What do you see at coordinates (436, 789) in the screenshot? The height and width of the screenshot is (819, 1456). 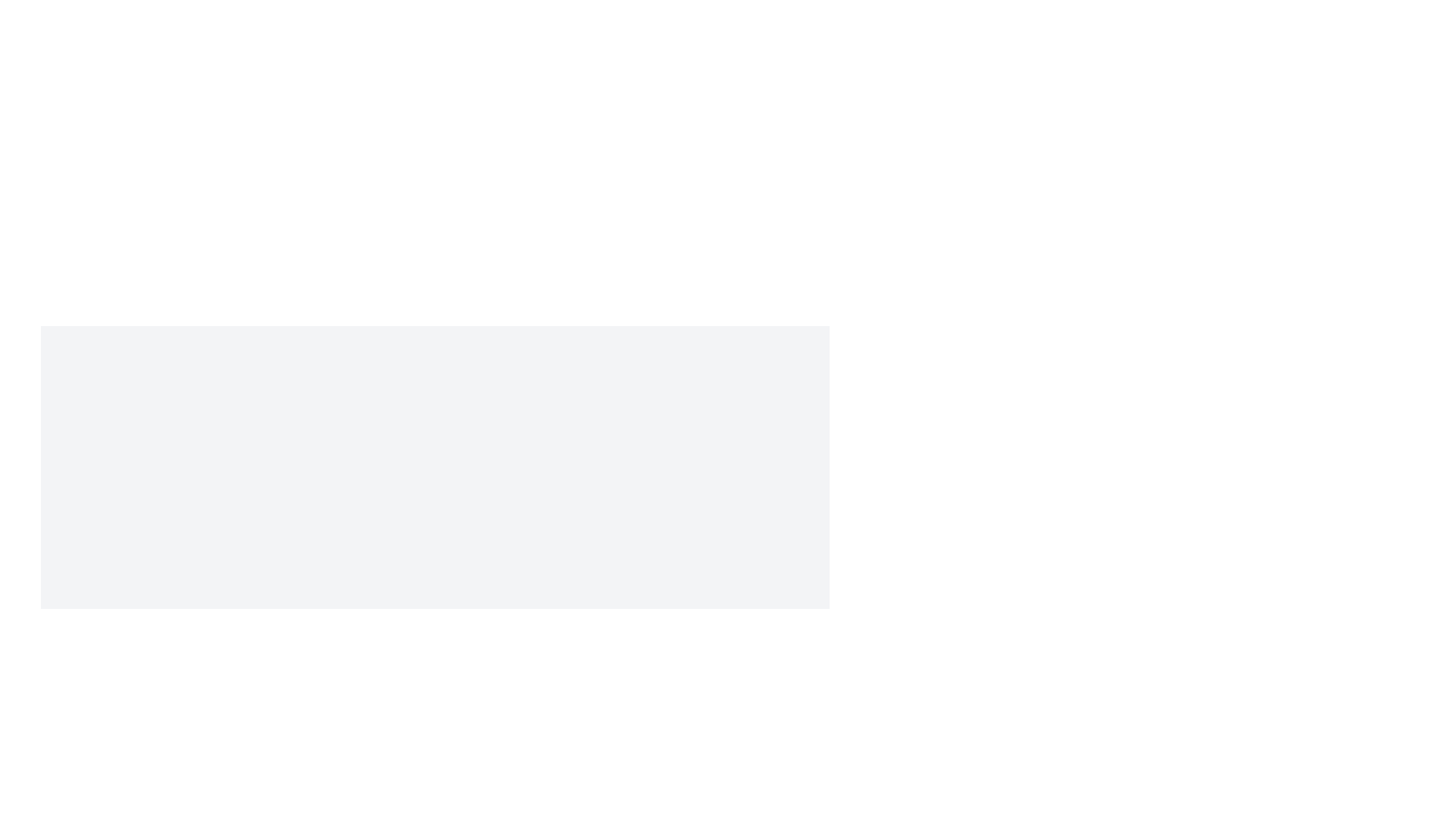 I see `notification box that displays 'Update Successful' with the message 'Your profile information has been updated.'` at bounding box center [436, 789].